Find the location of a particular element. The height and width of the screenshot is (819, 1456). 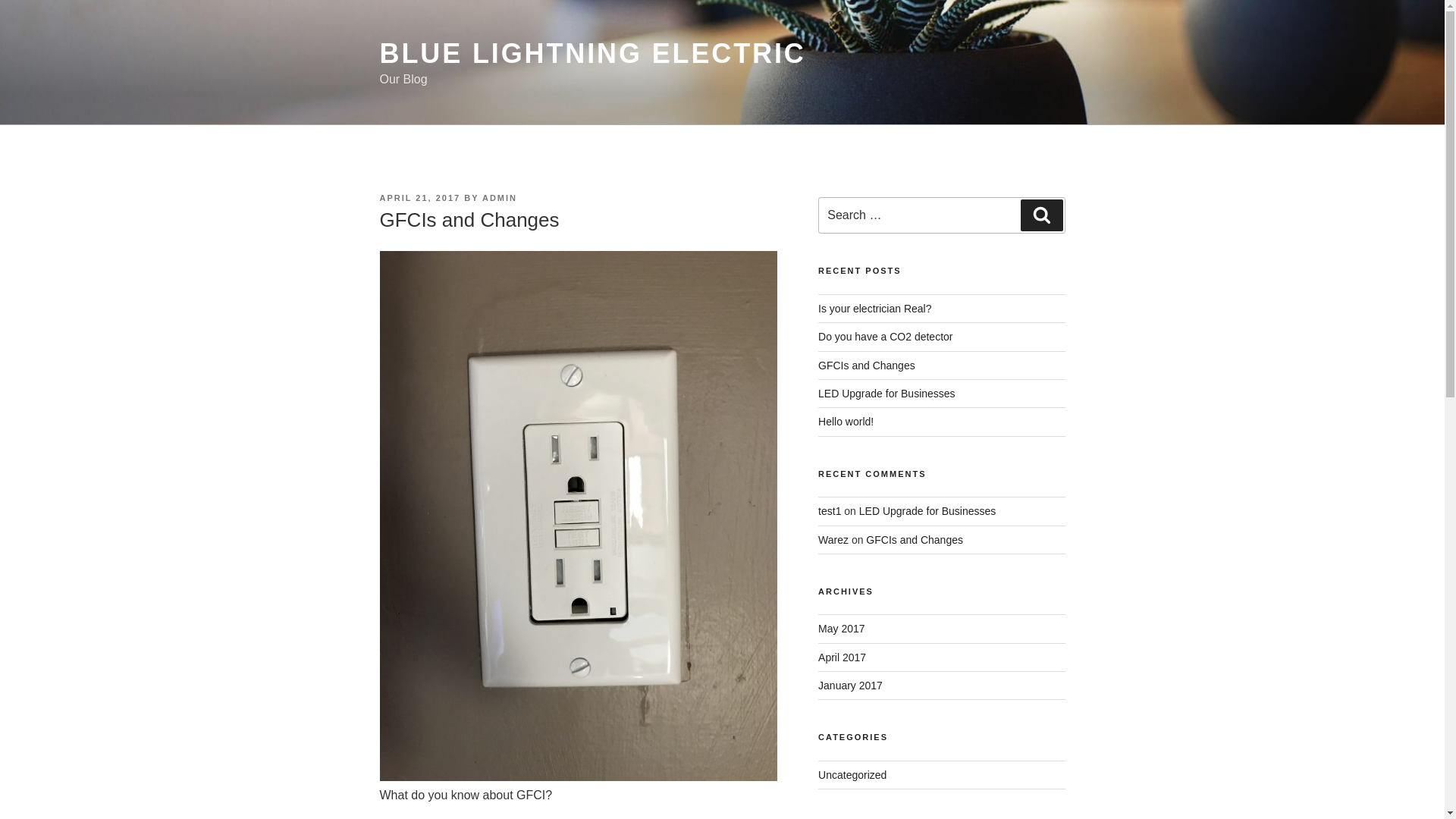

'Search' is located at coordinates (1040, 215).